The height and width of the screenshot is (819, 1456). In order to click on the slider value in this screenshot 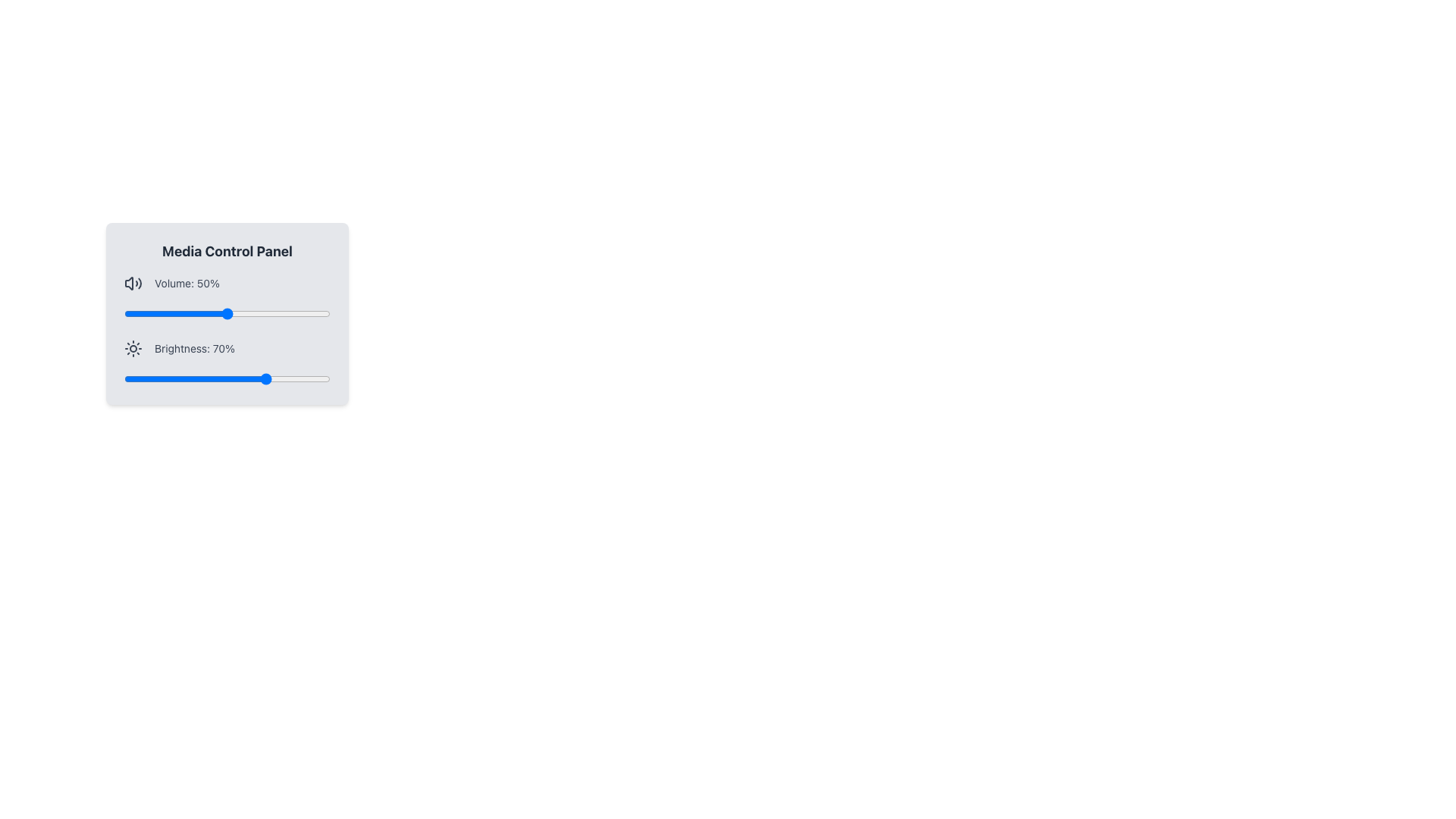, I will do `click(175, 312)`.